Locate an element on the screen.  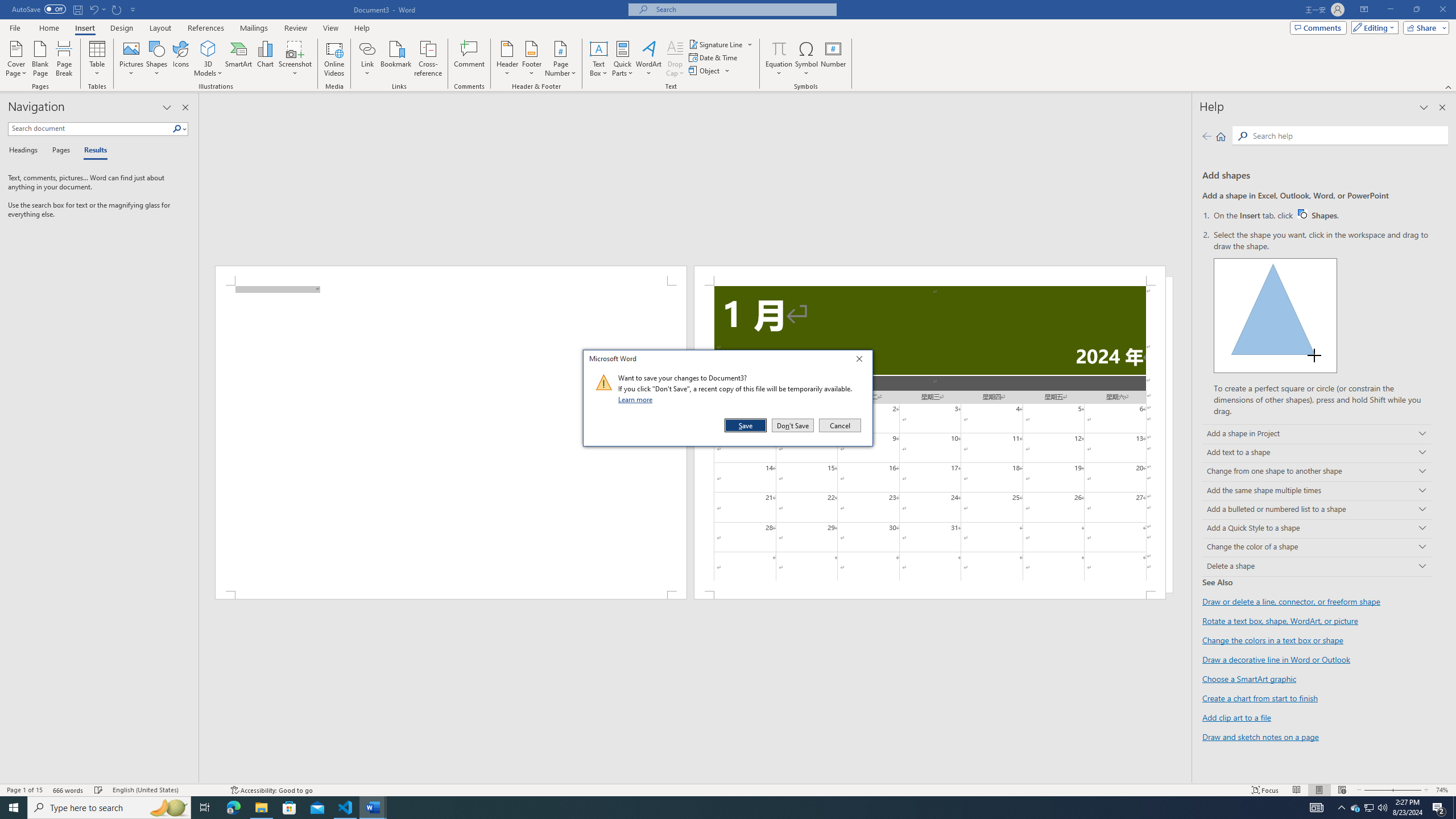
'Delete a shape' is located at coordinates (1317, 566).